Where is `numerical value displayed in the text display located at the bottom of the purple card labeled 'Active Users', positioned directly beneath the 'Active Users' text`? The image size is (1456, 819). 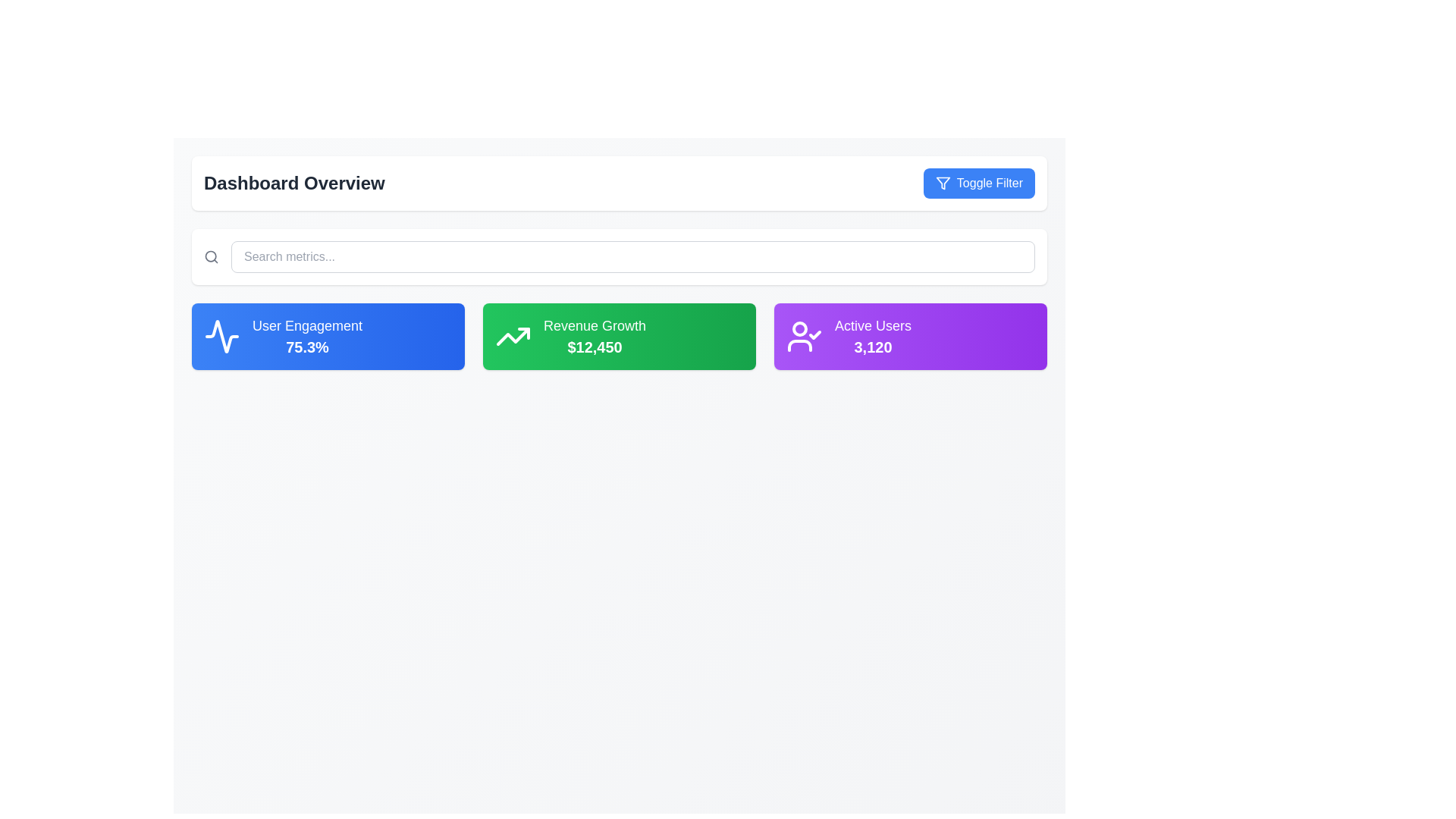
numerical value displayed in the text display located at the bottom of the purple card labeled 'Active Users', positioned directly beneath the 'Active Users' text is located at coordinates (873, 347).